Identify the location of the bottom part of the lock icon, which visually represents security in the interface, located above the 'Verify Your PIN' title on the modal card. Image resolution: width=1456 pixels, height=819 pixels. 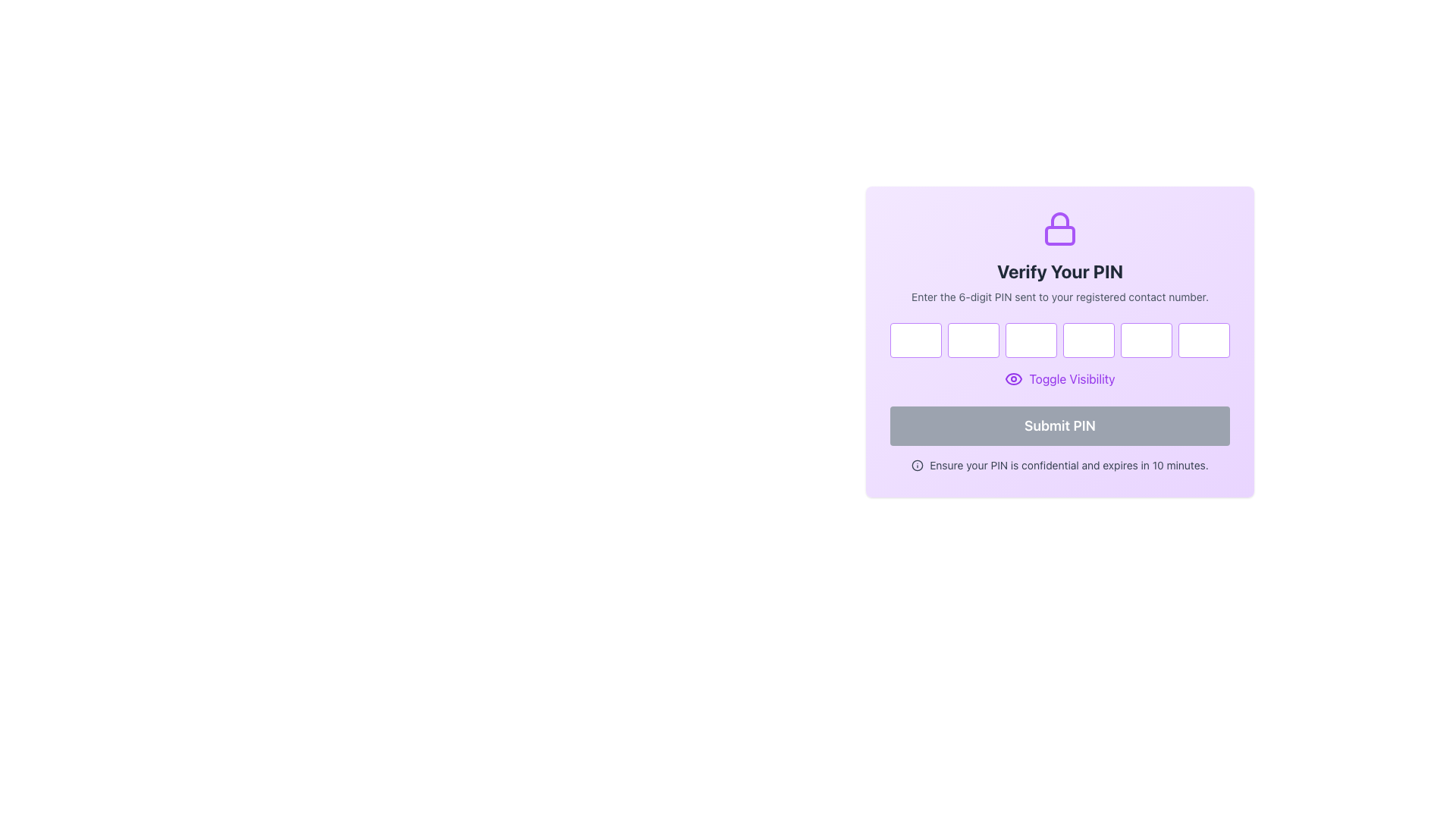
(1059, 236).